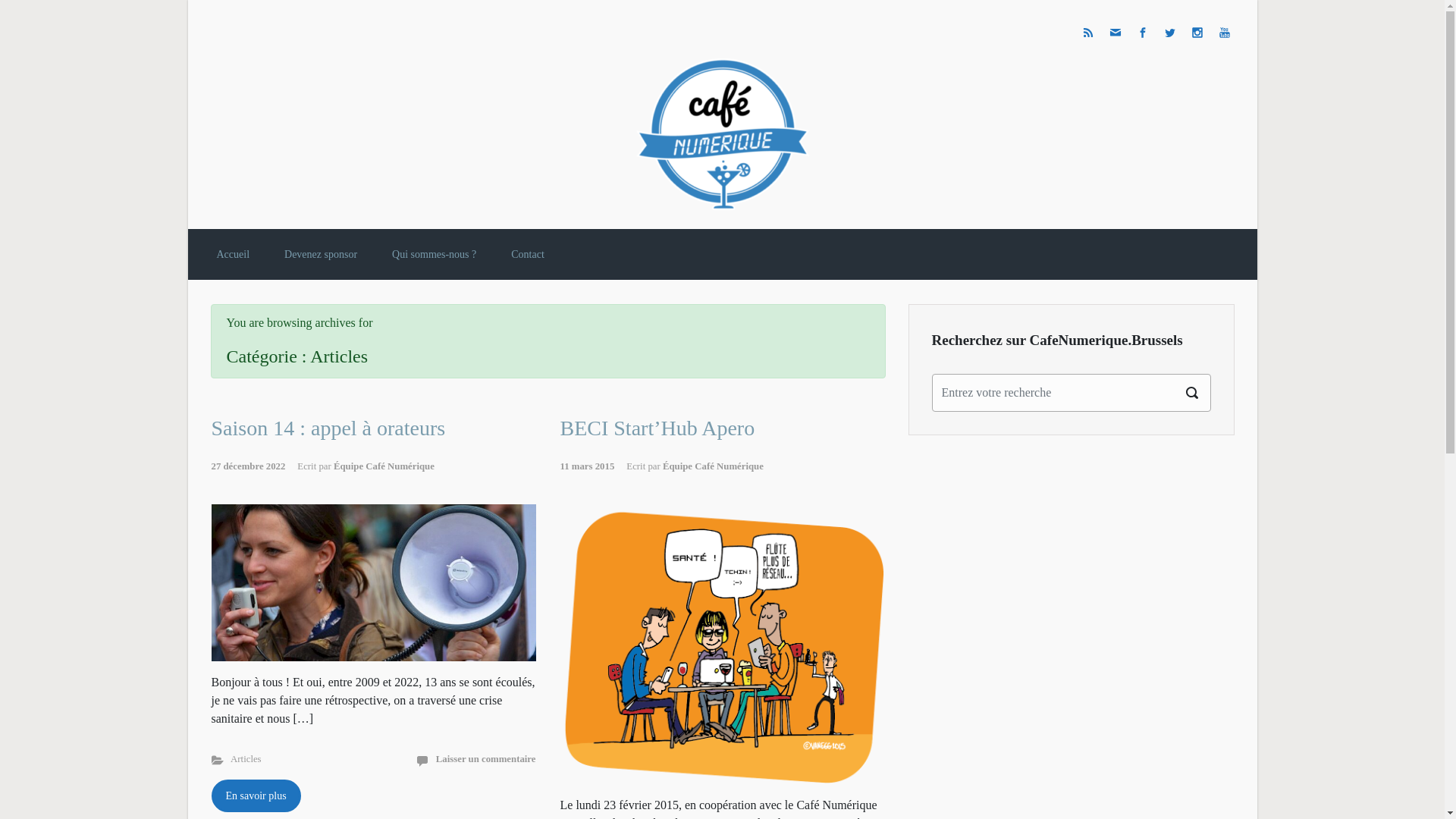 This screenshot has width=1456, height=819. What do you see at coordinates (592, 465) in the screenshot?
I see `'11 mars 2015'` at bounding box center [592, 465].